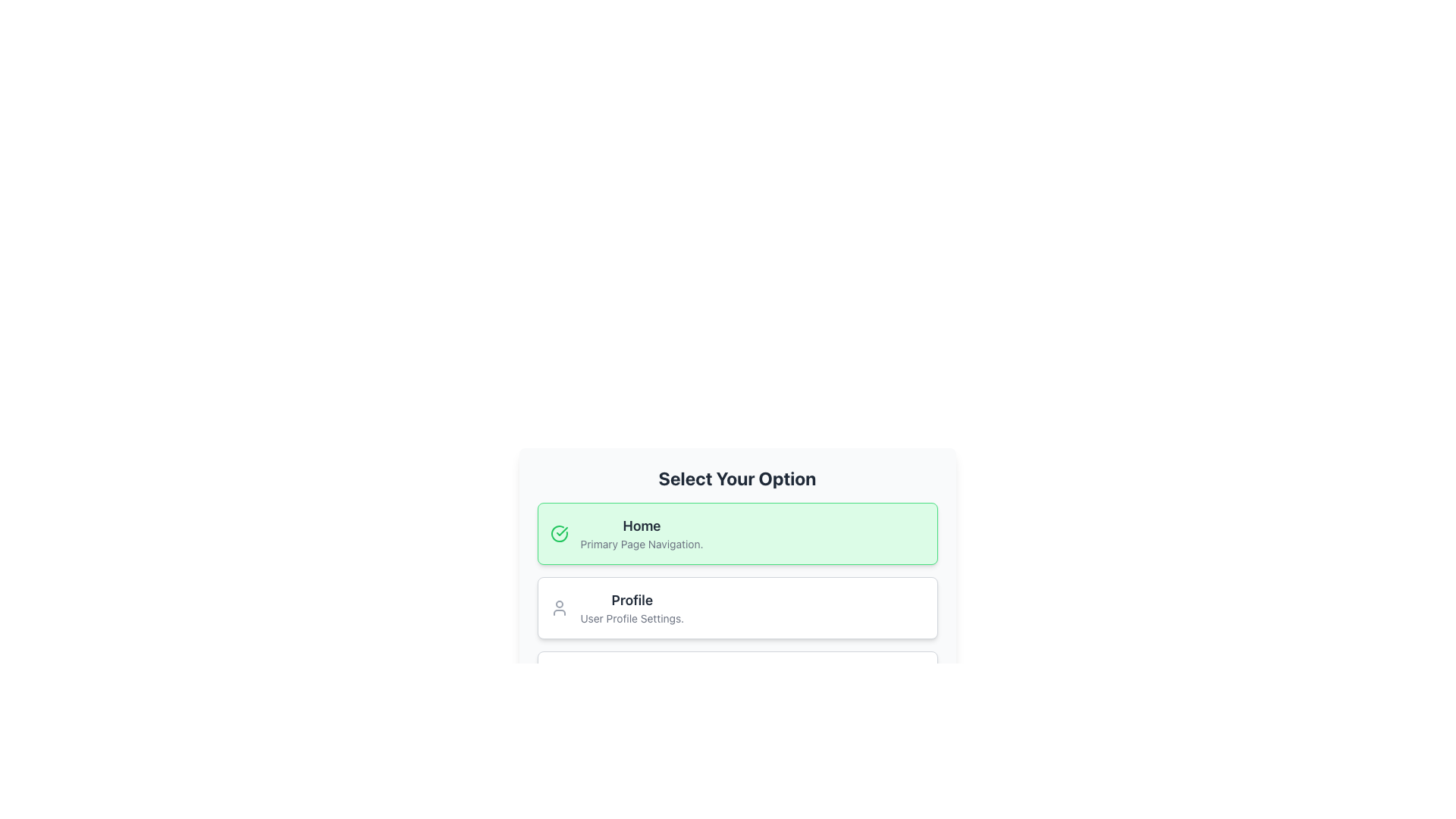 The width and height of the screenshot is (1456, 819). I want to click on the circular green checkmark icon located at the top-left corner of the 'Home - Primary Page Navigation' section, so click(558, 533).